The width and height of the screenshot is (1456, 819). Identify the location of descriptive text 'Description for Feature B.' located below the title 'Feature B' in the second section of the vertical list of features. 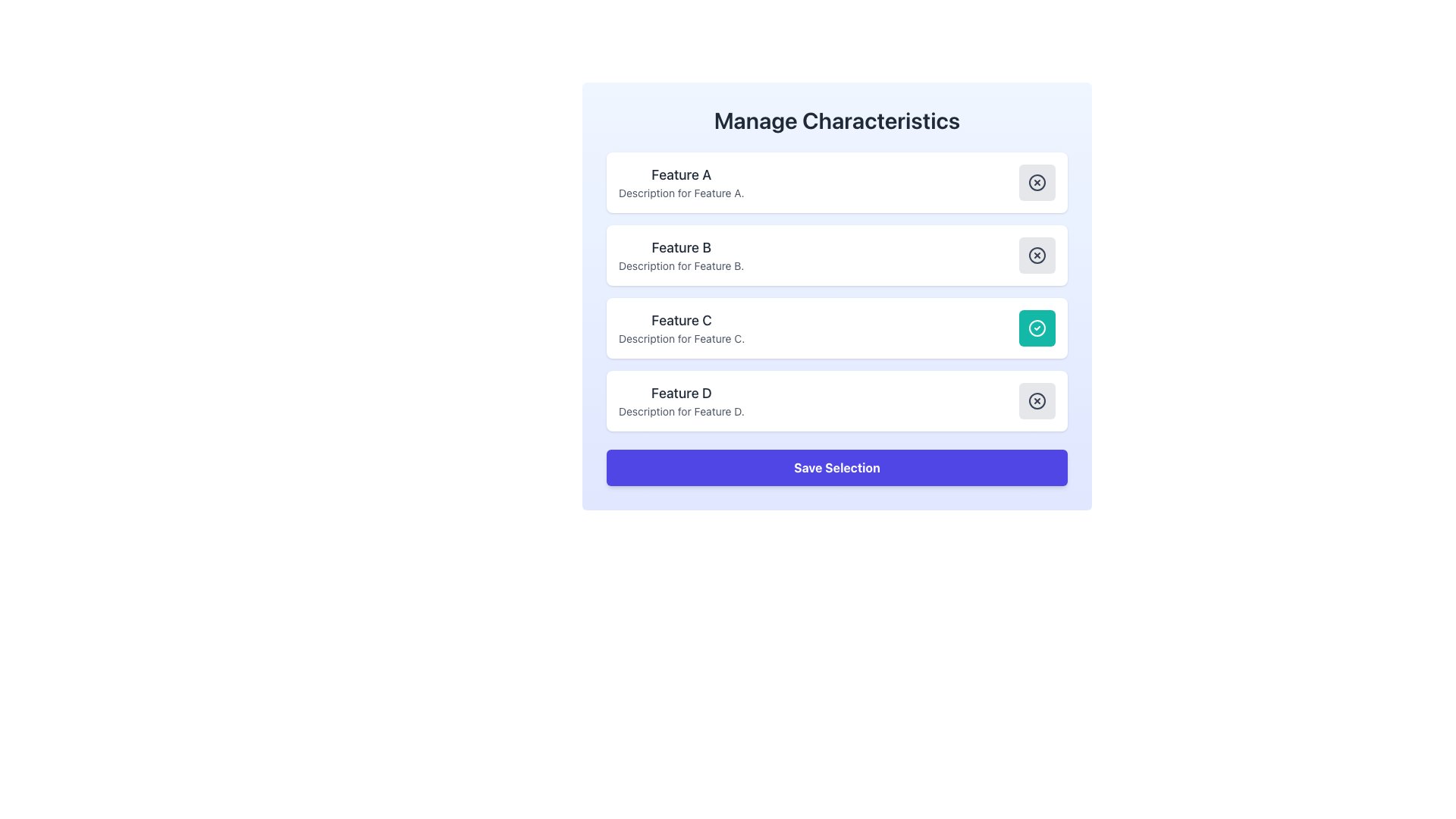
(680, 265).